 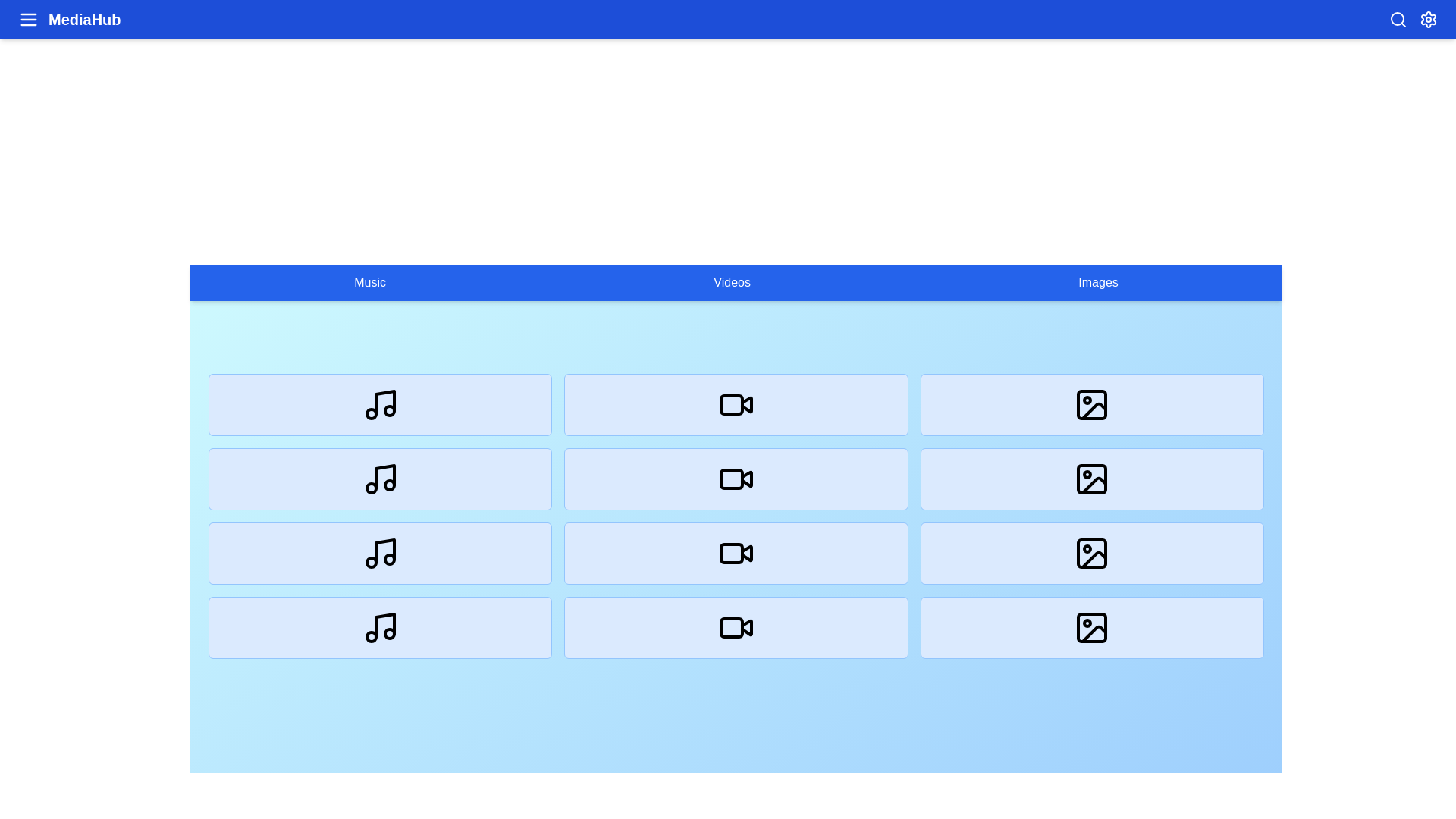 What do you see at coordinates (29, 20) in the screenshot?
I see `menu button to toggle the navigation menu` at bounding box center [29, 20].